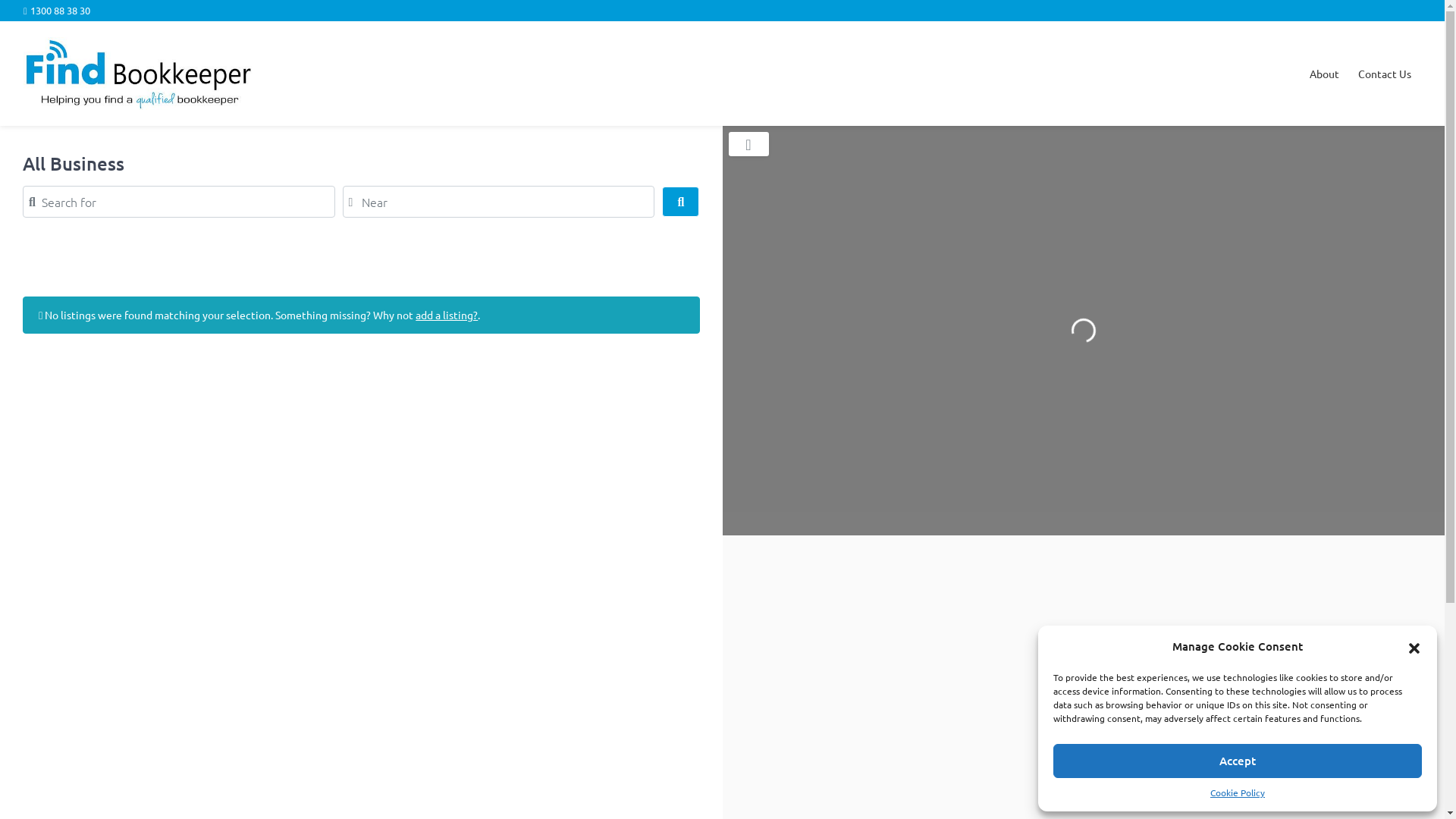 The width and height of the screenshot is (1456, 819). Describe the element at coordinates (446, 314) in the screenshot. I see `'add a listing?'` at that location.